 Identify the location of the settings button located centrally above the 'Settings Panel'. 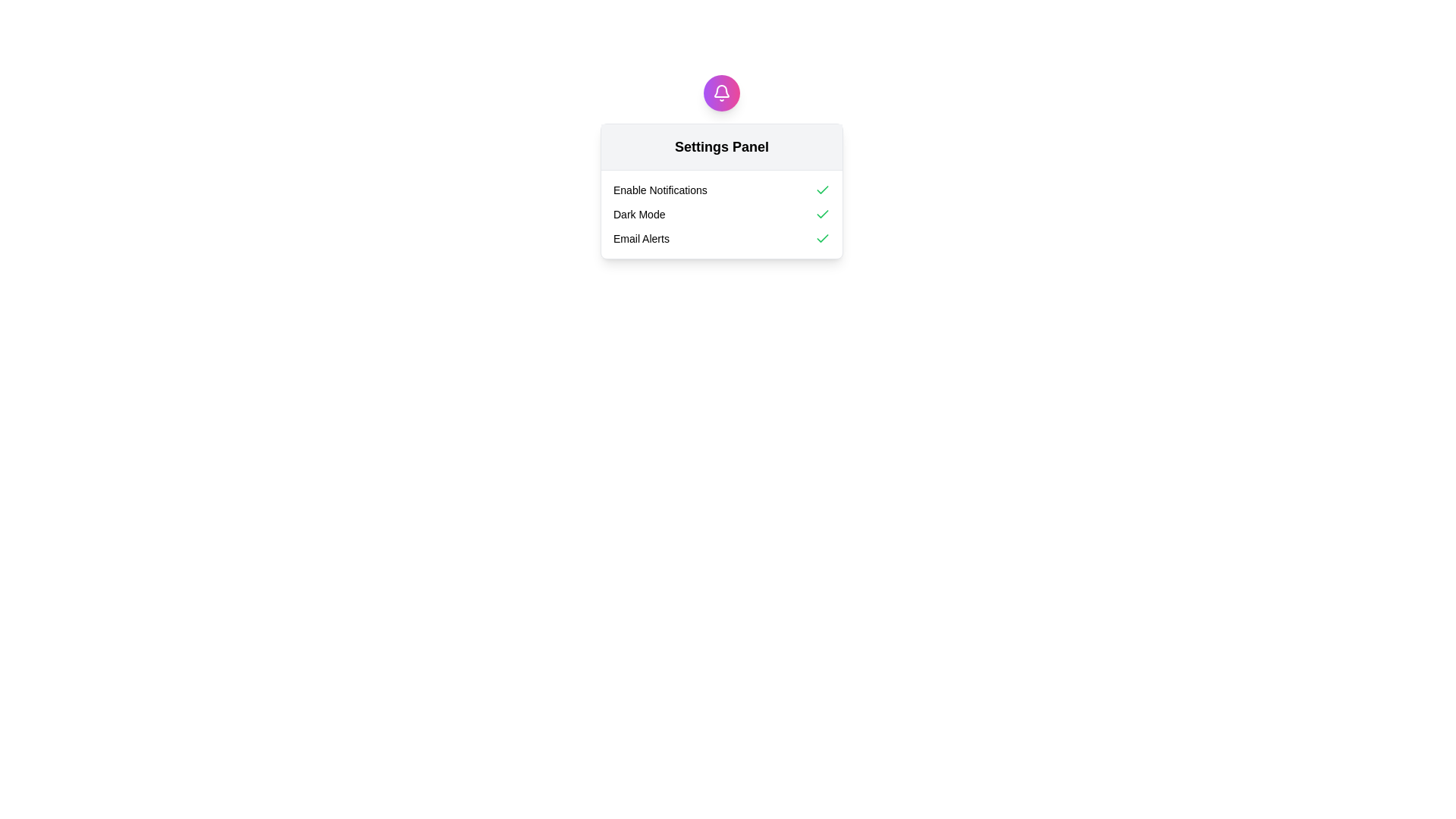
(720, 93).